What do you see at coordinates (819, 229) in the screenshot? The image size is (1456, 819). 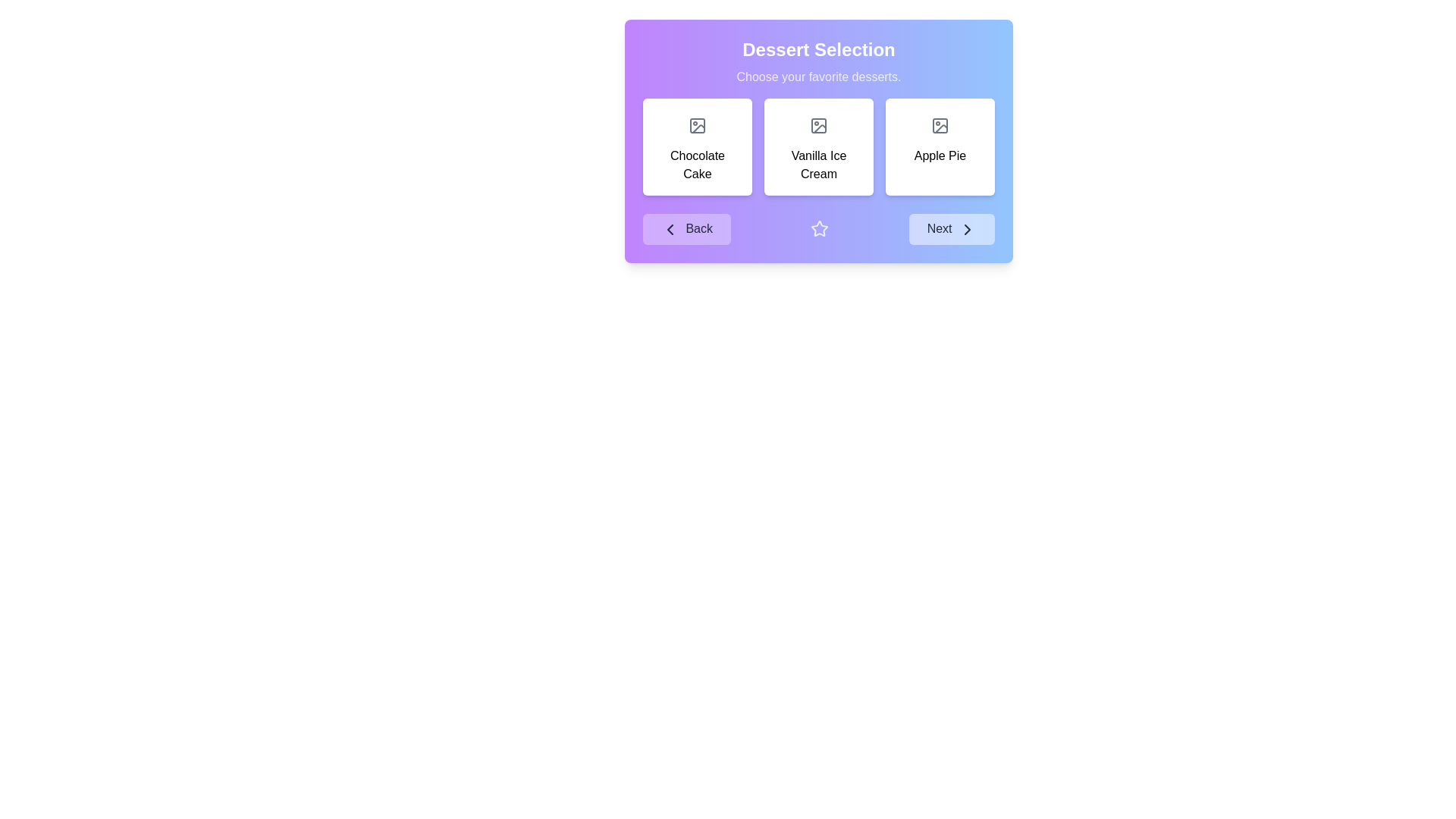 I see `the decorative star-shaped icon that is outlined with a semi-transparent white color, positioned centrally between the 'Back' and 'Next' buttons` at bounding box center [819, 229].